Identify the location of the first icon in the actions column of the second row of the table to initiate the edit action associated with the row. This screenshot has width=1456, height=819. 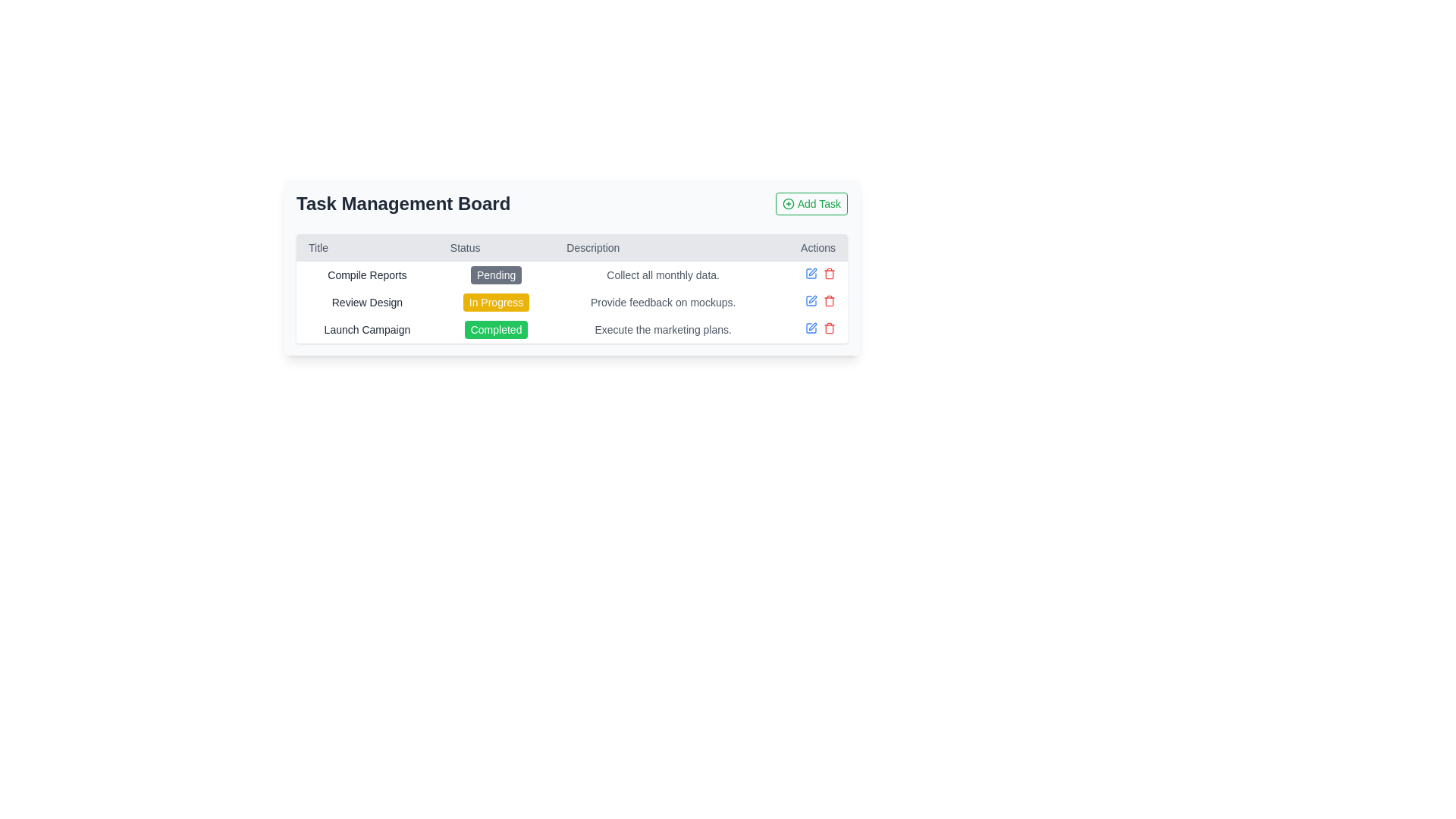
(809, 301).